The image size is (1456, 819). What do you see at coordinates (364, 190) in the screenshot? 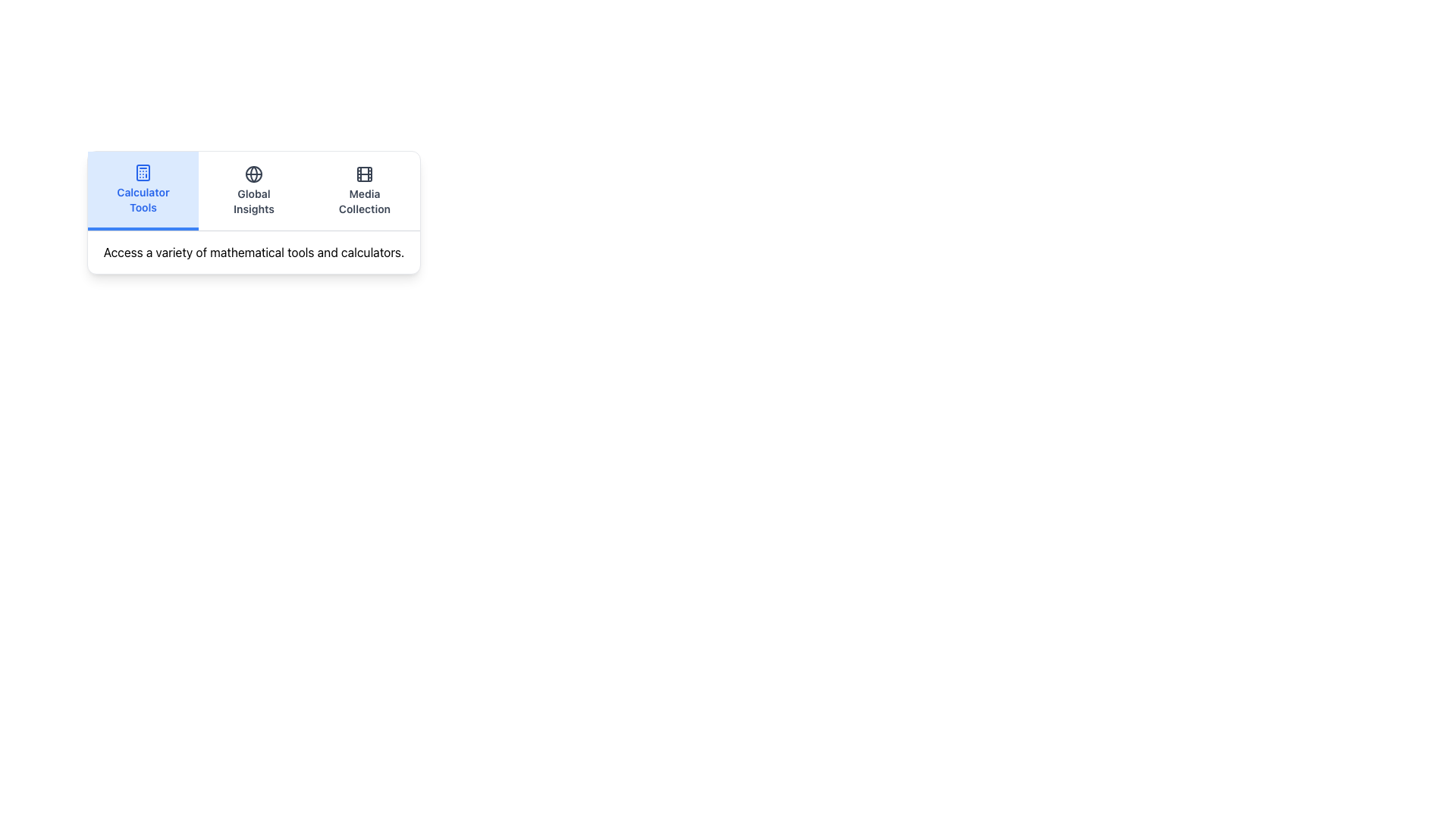
I see `the button for navigating to the 'Media Collection' section, positioned third from the left in a horizontal group of three, flanked by 'Global Insights'` at bounding box center [364, 190].